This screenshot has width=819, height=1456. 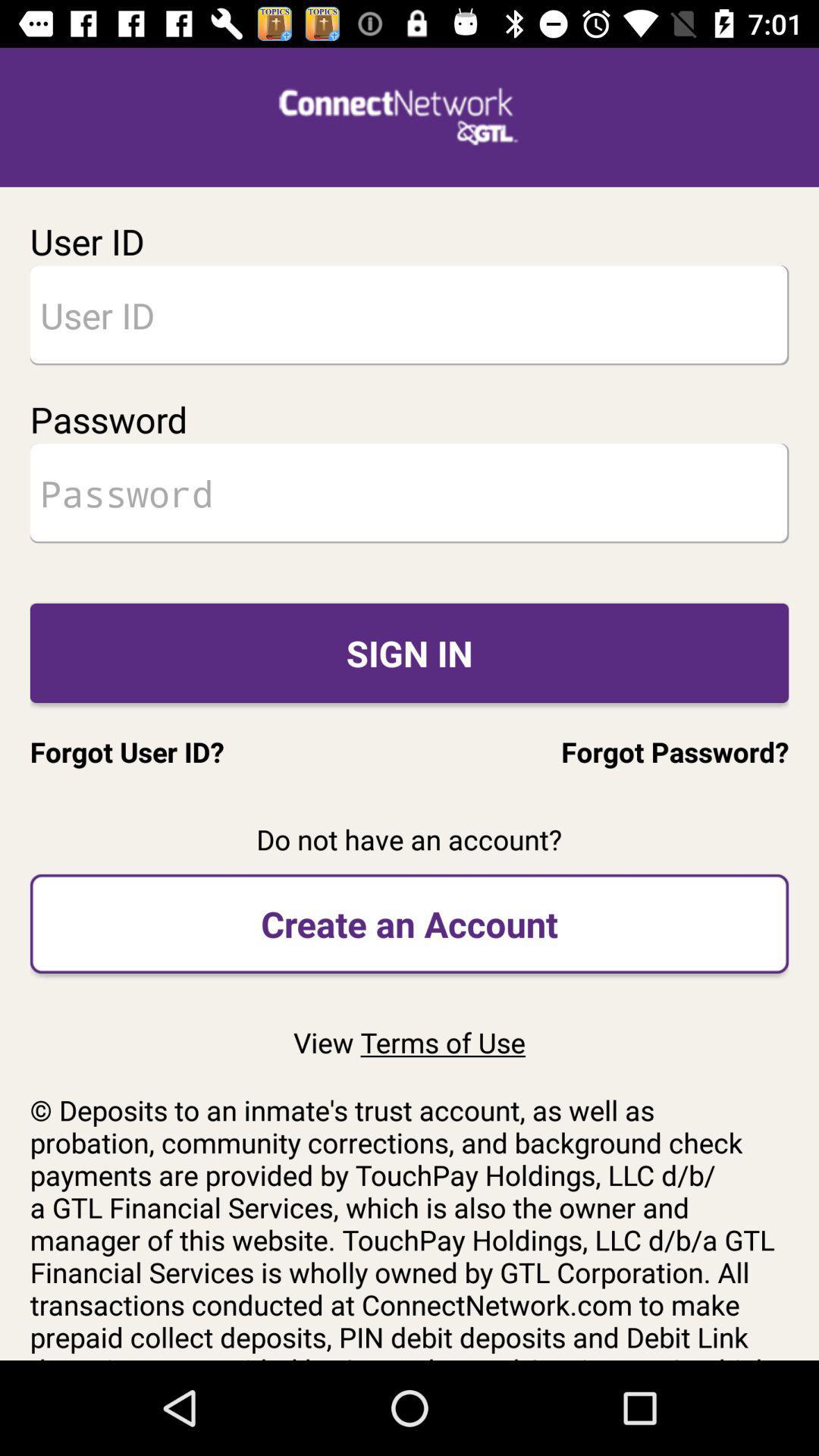 I want to click on icon above the forgot user id? icon, so click(x=409, y=653).